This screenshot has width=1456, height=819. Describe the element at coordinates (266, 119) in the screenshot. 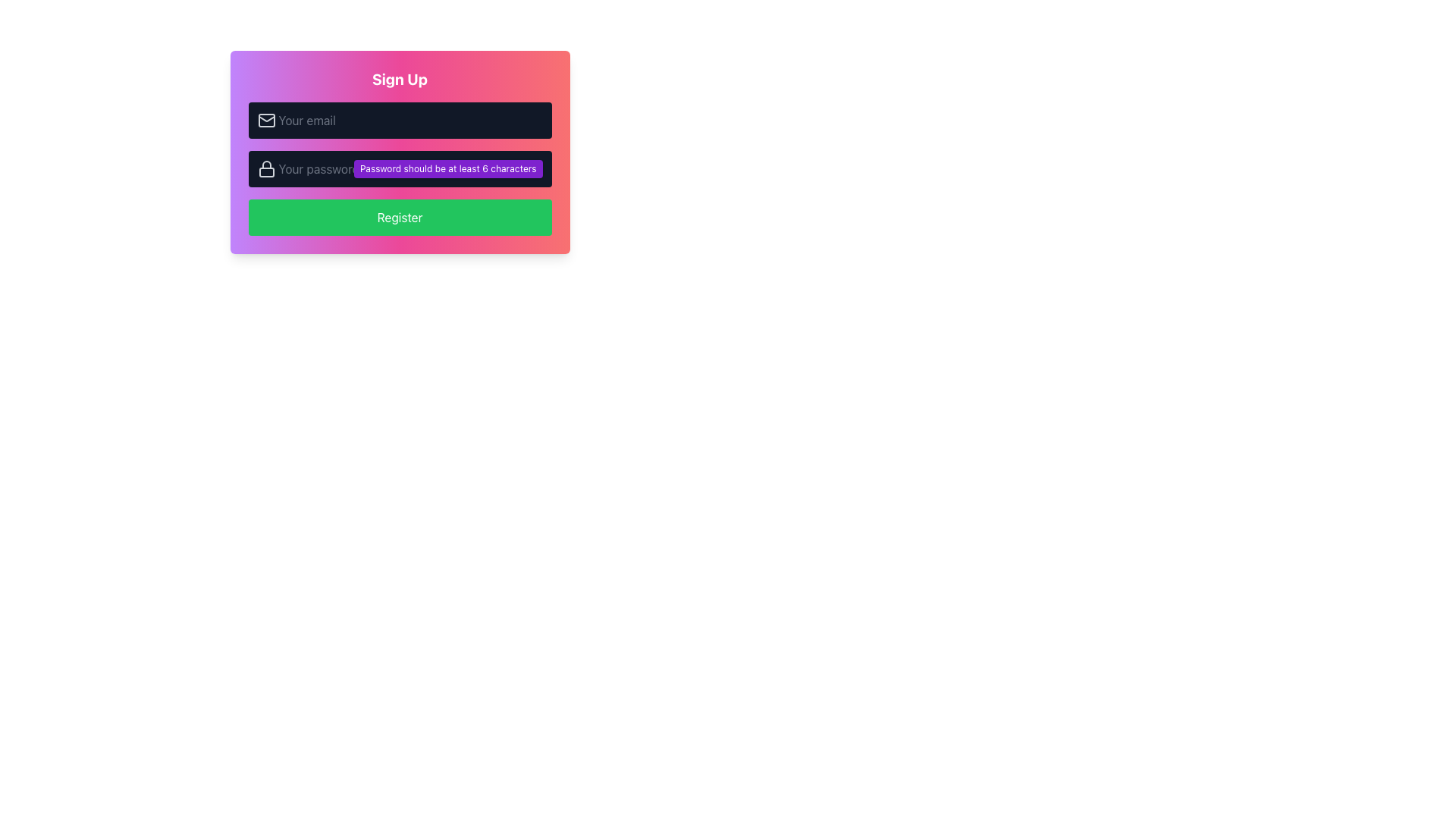

I see `the inner rectangle of the envelope icon, which complements the visual metaphor for email input, located to the left of the 'Your email' input box` at that location.